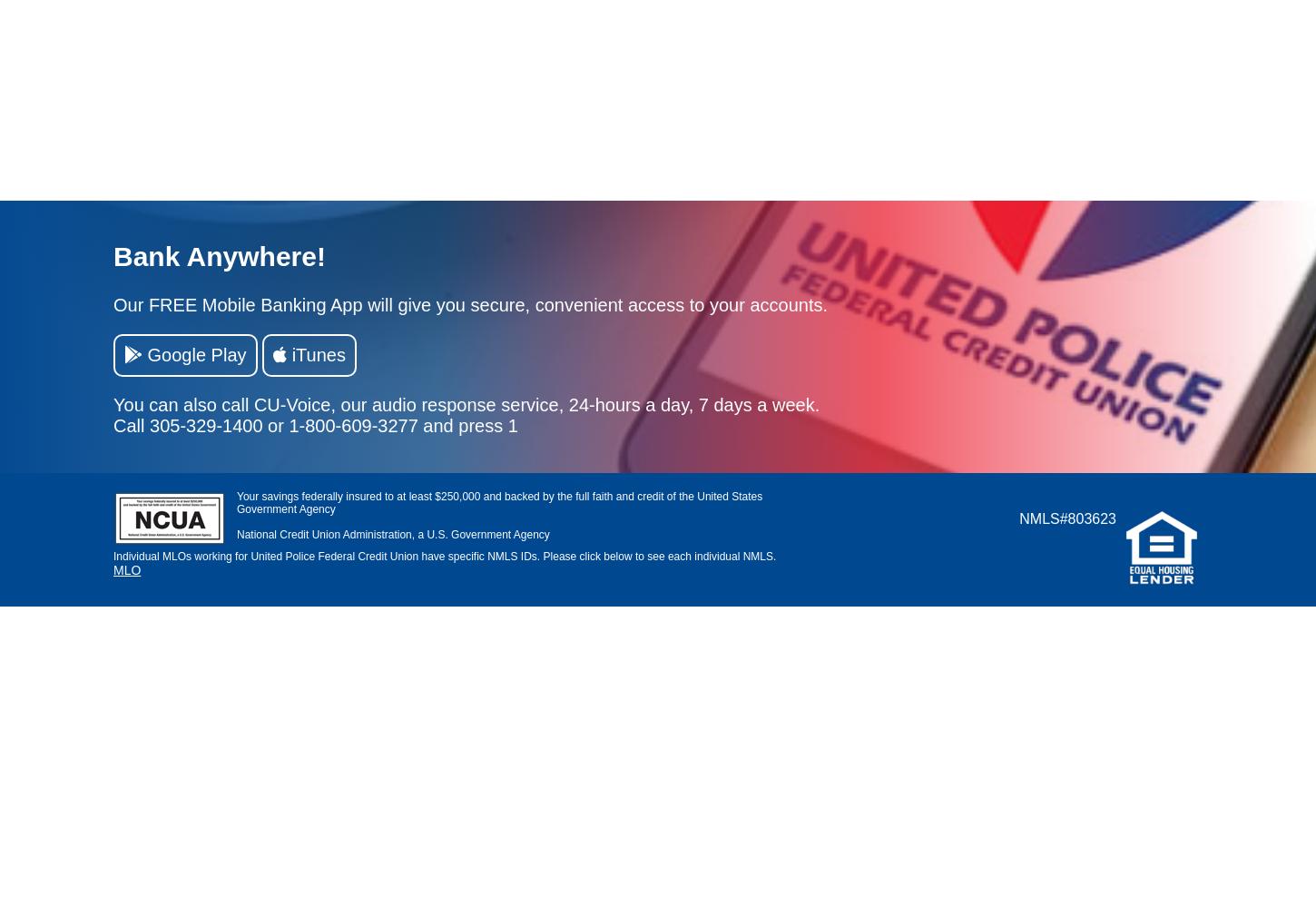 The width and height of the screenshot is (1316, 908). What do you see at coordinates (193, 354) in the screenshot?
I see `'Google Play'` at bounding box center [193, 354].